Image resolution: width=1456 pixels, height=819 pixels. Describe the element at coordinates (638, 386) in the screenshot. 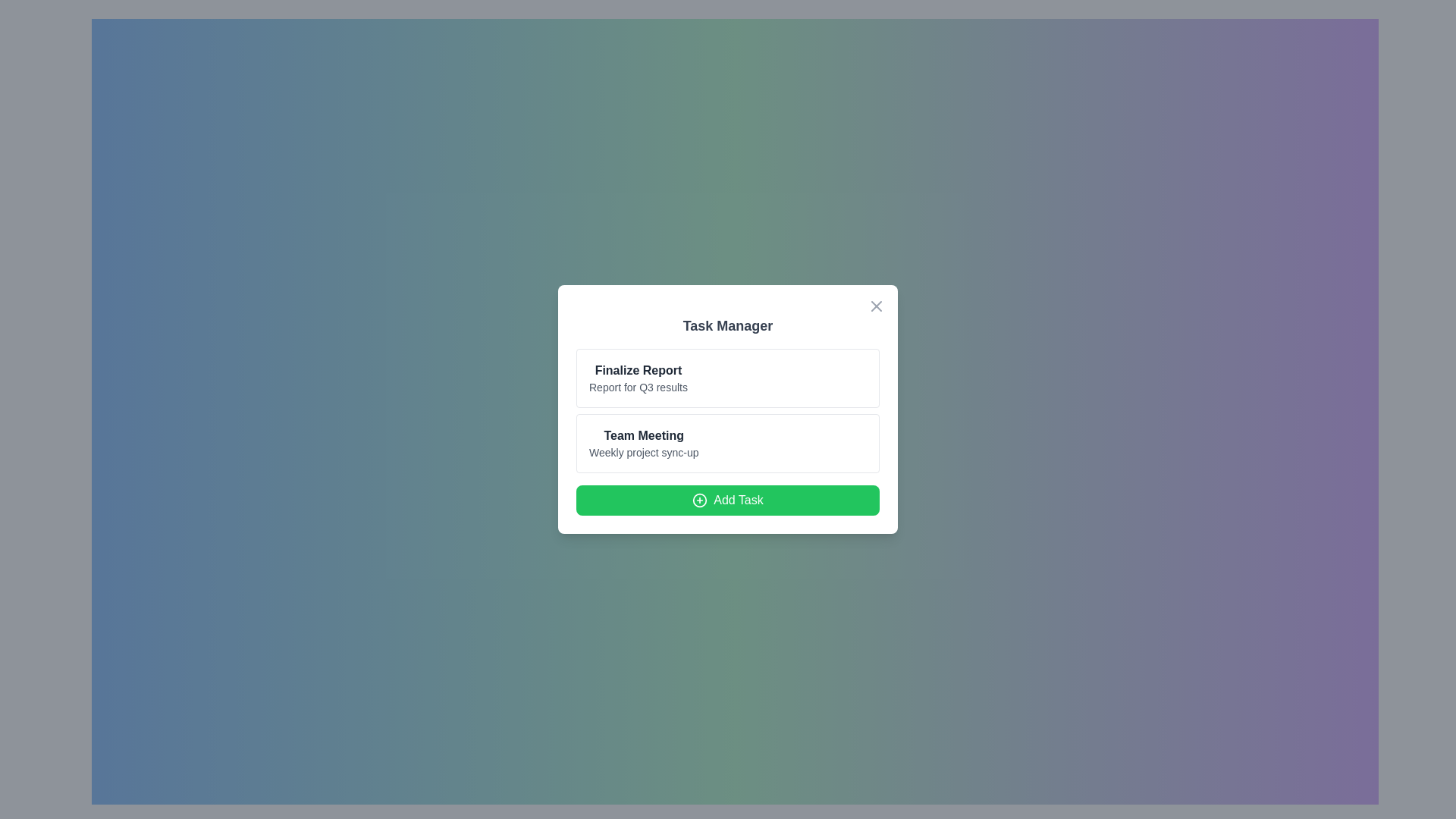

I see `text from the Text Label located inside the 'Task Manager' framed box, which is positioned beneath the 'Finalize Report' header and above the 'Team Meeting' task group` at that location.